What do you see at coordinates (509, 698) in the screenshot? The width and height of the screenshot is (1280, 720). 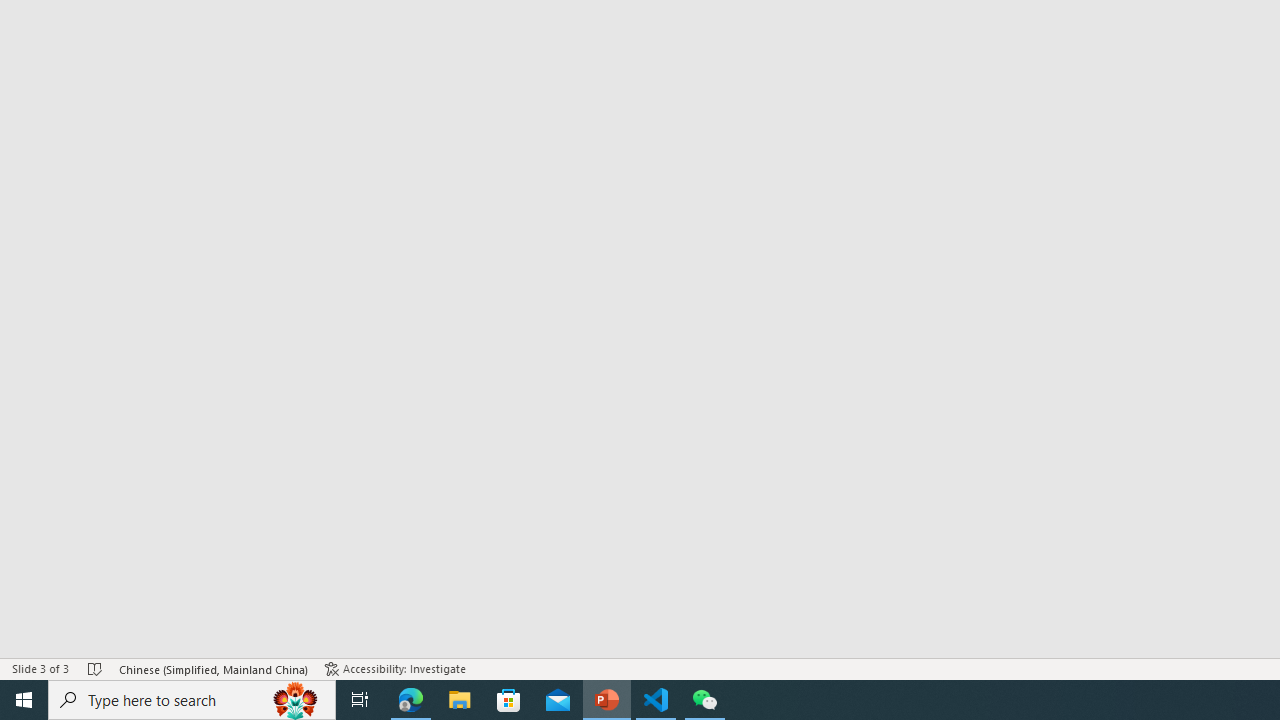 I see `'Microsoft Store'` at bounding box center [509, 698].